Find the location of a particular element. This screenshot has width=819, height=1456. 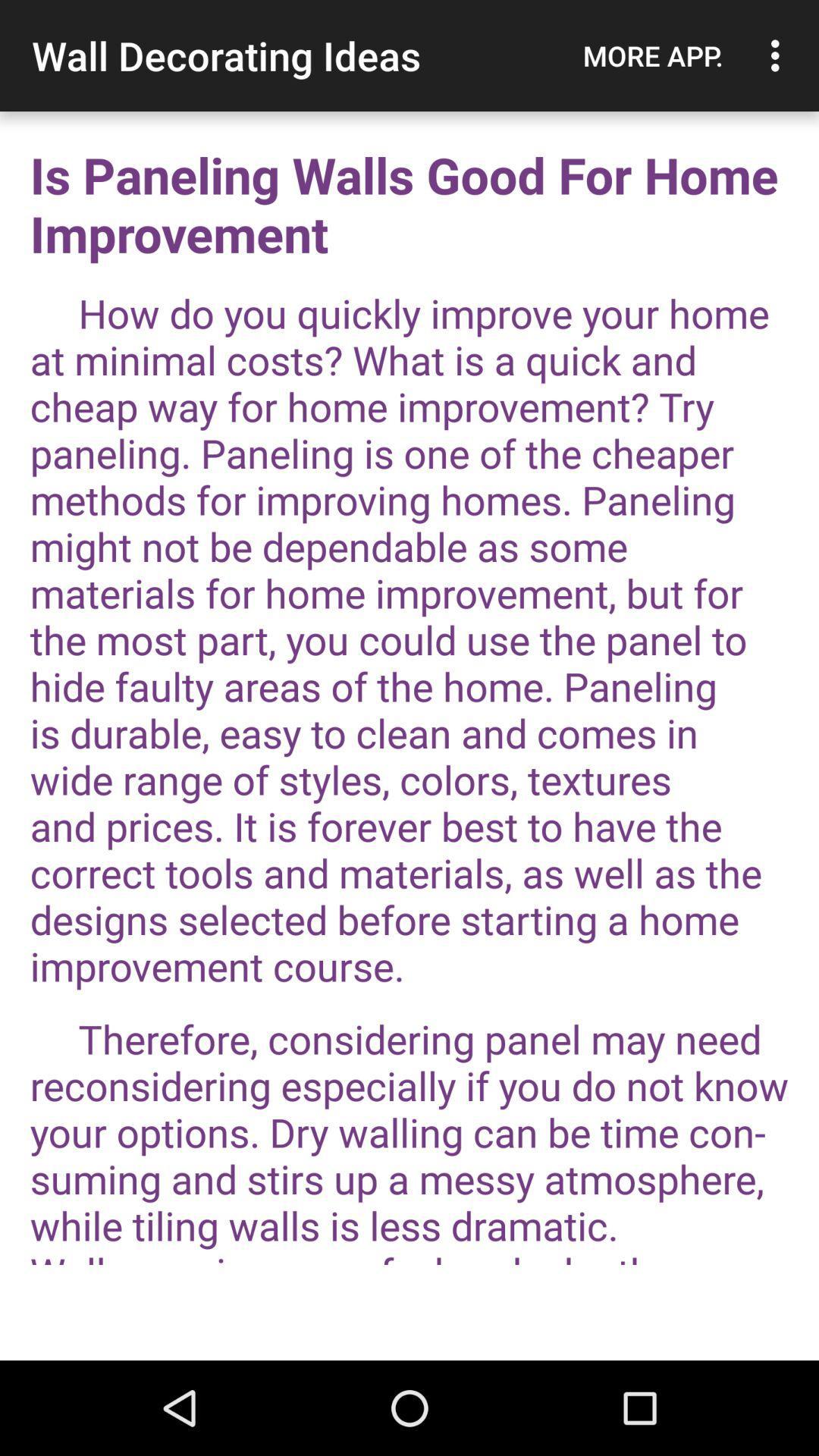

the item next to the wall decorating ideas item is located at coordinates (652, 55).